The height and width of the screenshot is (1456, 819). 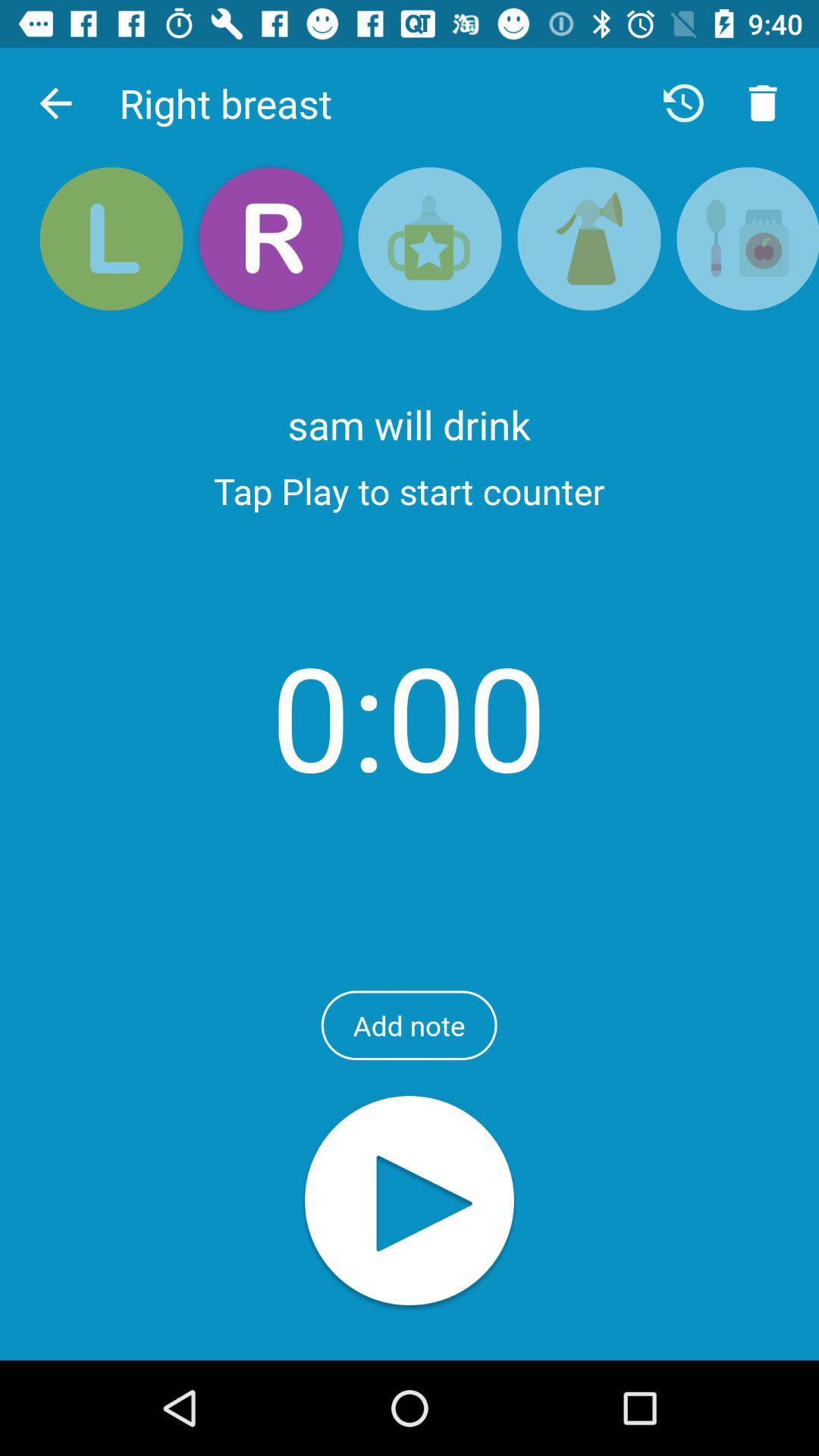 I want to click on the audio, so click(x=409, y=1201).